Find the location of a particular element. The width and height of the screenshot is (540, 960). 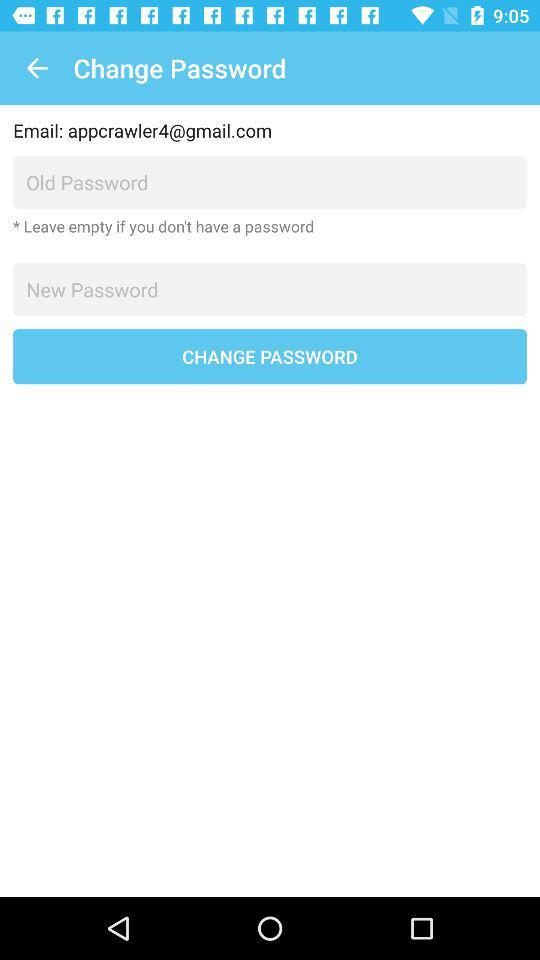

type old password is located at coordinates (270, 182).